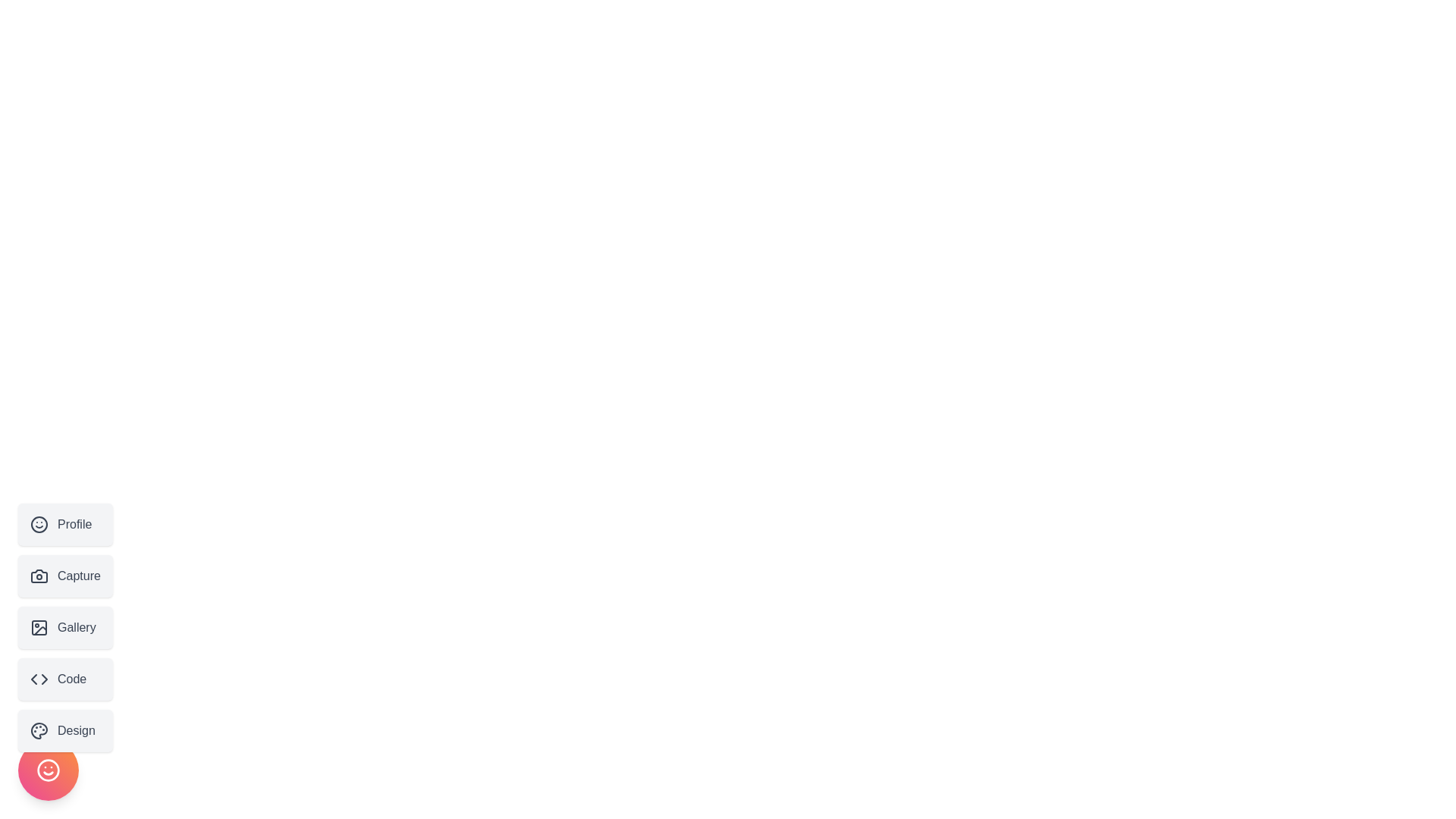  I want to click on the circular SVG element representing the smiley face icon at the bottom of the vertical sidebar menu, so click(48, 770).